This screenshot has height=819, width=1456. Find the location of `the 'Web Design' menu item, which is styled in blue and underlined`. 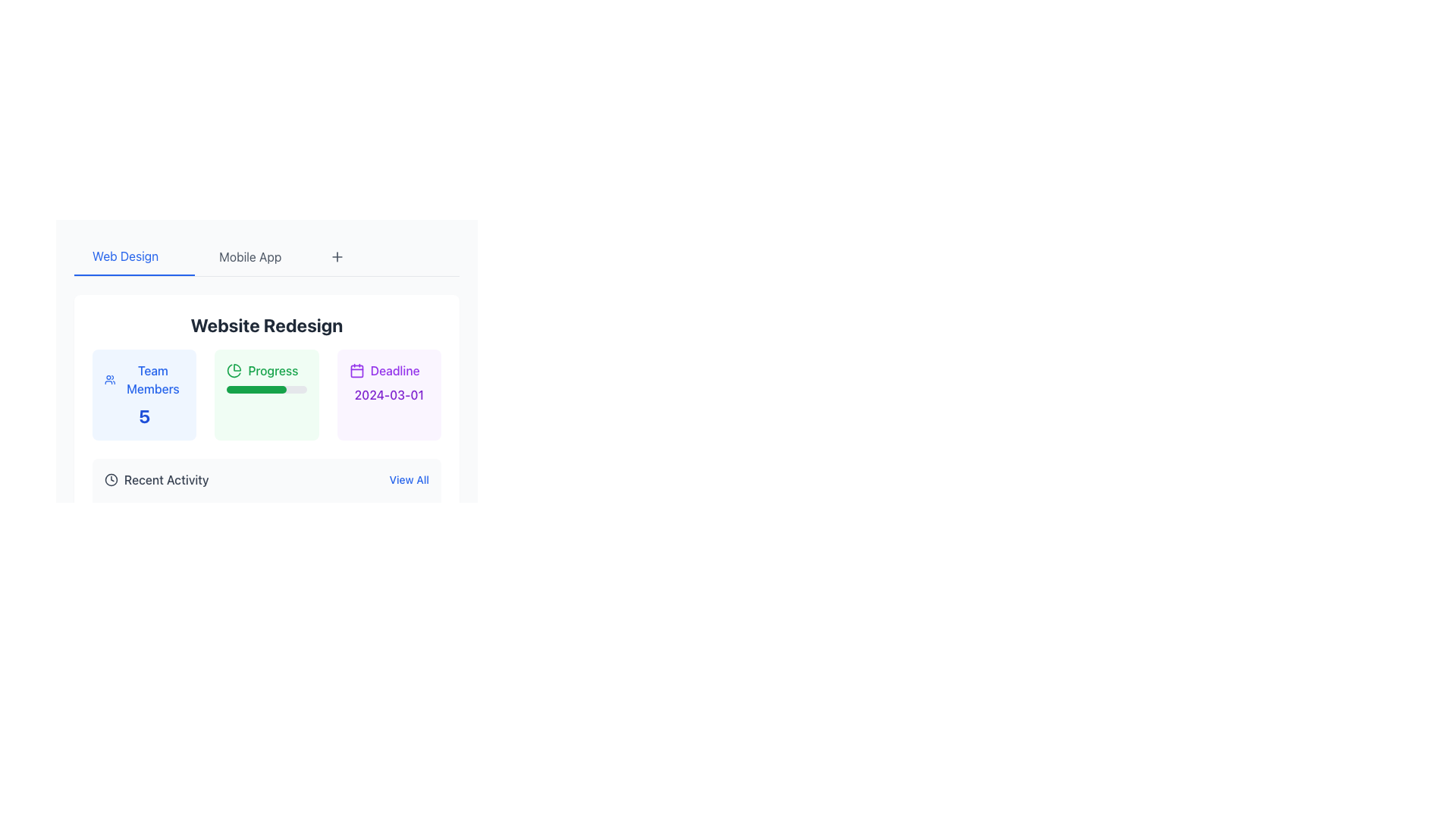

the 'Web Design' menu item, which is styled in blue and underlined is located at coordinates (134, 256).